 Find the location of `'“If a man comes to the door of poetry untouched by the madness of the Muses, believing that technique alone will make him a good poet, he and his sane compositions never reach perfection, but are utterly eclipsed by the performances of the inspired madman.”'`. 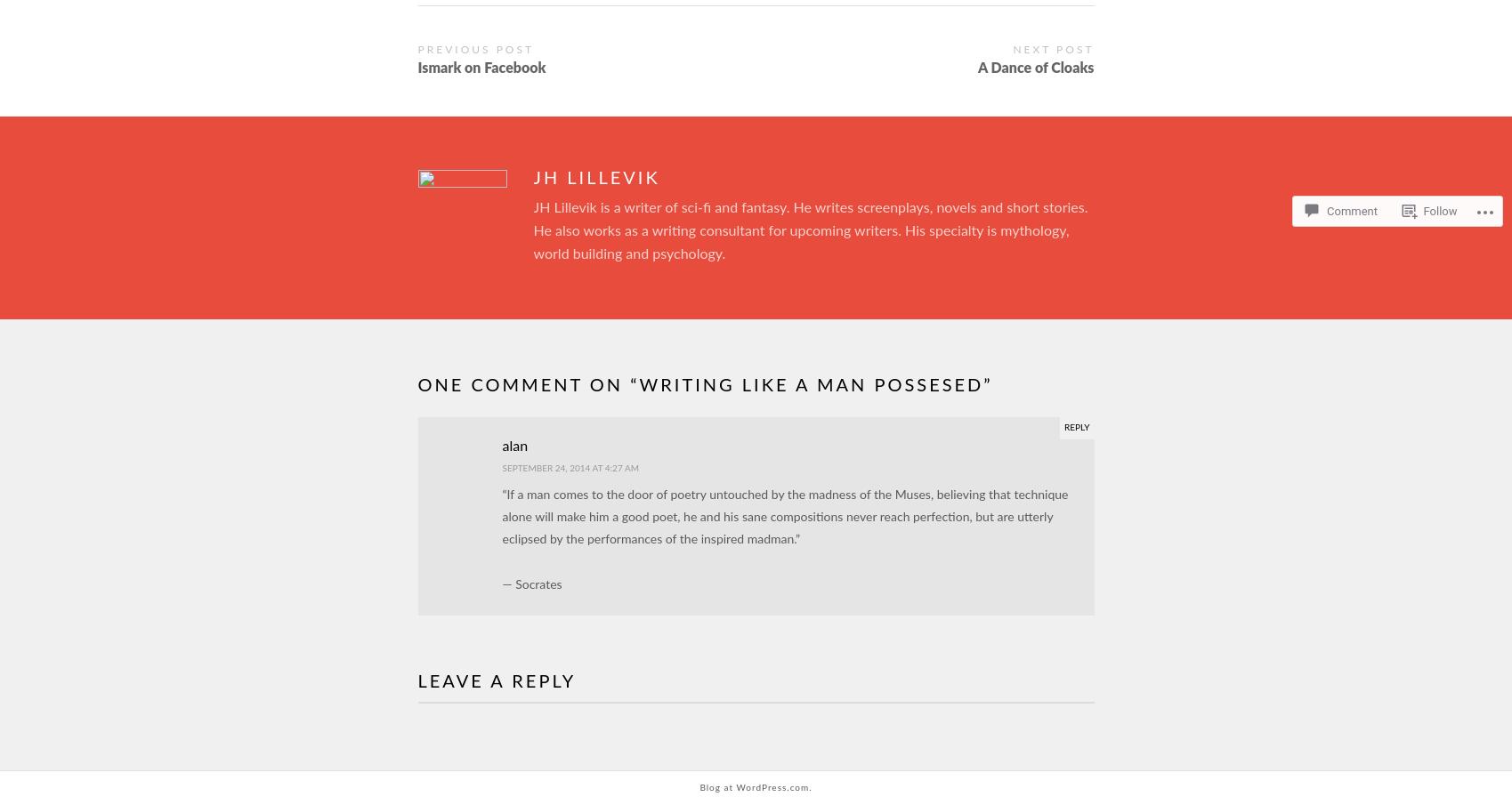

'“If a man comes to the door of poetry untouched by the madness of the Muses, believing that technique alone will make him a good poet, he and his sane compositions never reach perfection, but are utterly eclipsed by the performances of the inspired madman.”' is located at coordinates (501, 517).